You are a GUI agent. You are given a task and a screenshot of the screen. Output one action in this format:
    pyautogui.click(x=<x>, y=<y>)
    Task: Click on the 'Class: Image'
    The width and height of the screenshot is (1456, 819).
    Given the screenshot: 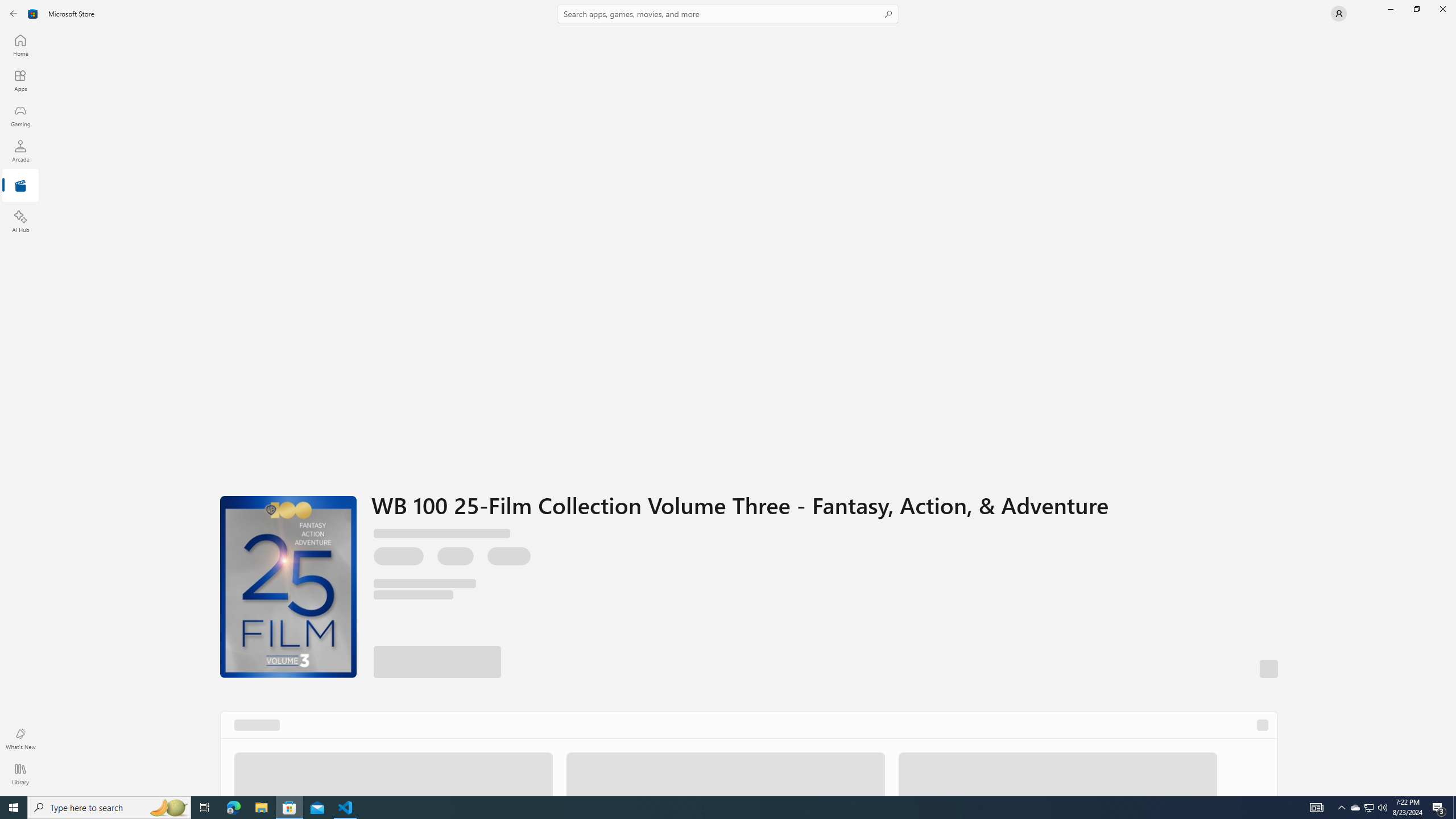 What is the action you would take?
    pyautogui.click(x=32, y=13)
    